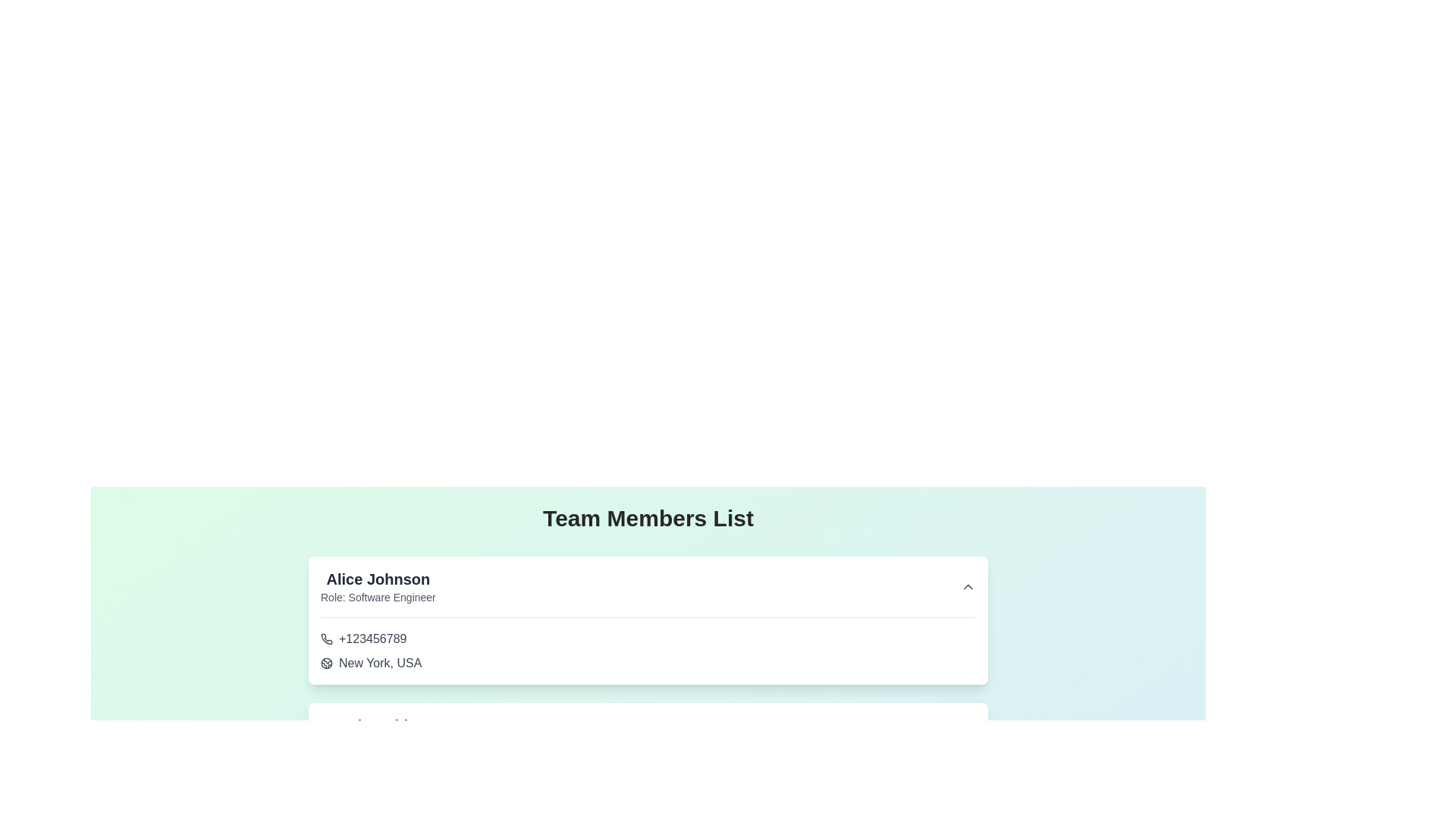 This screenshot has height=819, width=1456. I want to click on the text label displaying the name and role of a team member located in the upper-left corner of a card-like structure, so click(378, 586).